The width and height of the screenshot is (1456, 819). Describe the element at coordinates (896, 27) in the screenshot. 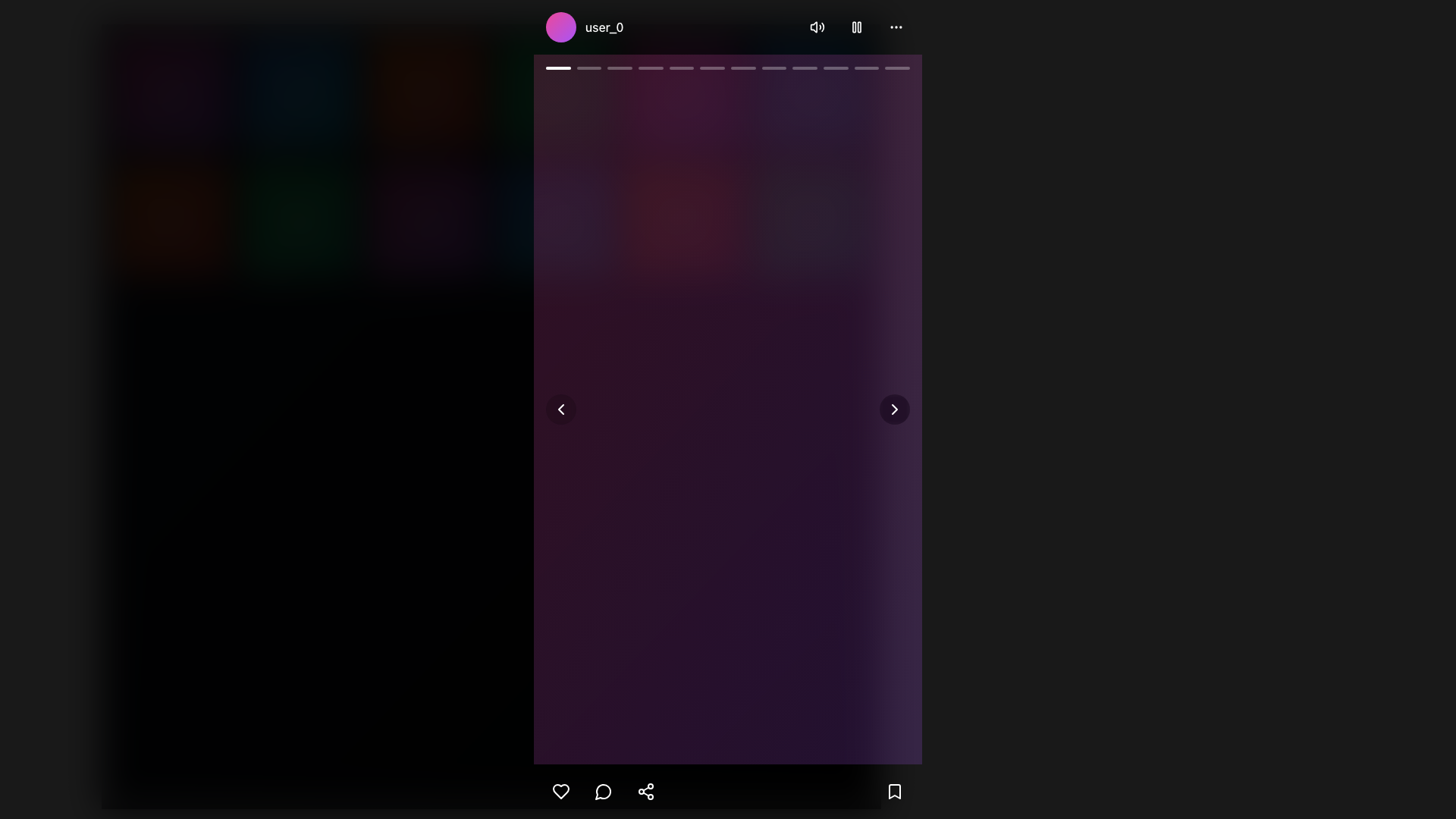

I see `the ellipsis icon (three dots) located in the top-right corner of the interface` at that location.